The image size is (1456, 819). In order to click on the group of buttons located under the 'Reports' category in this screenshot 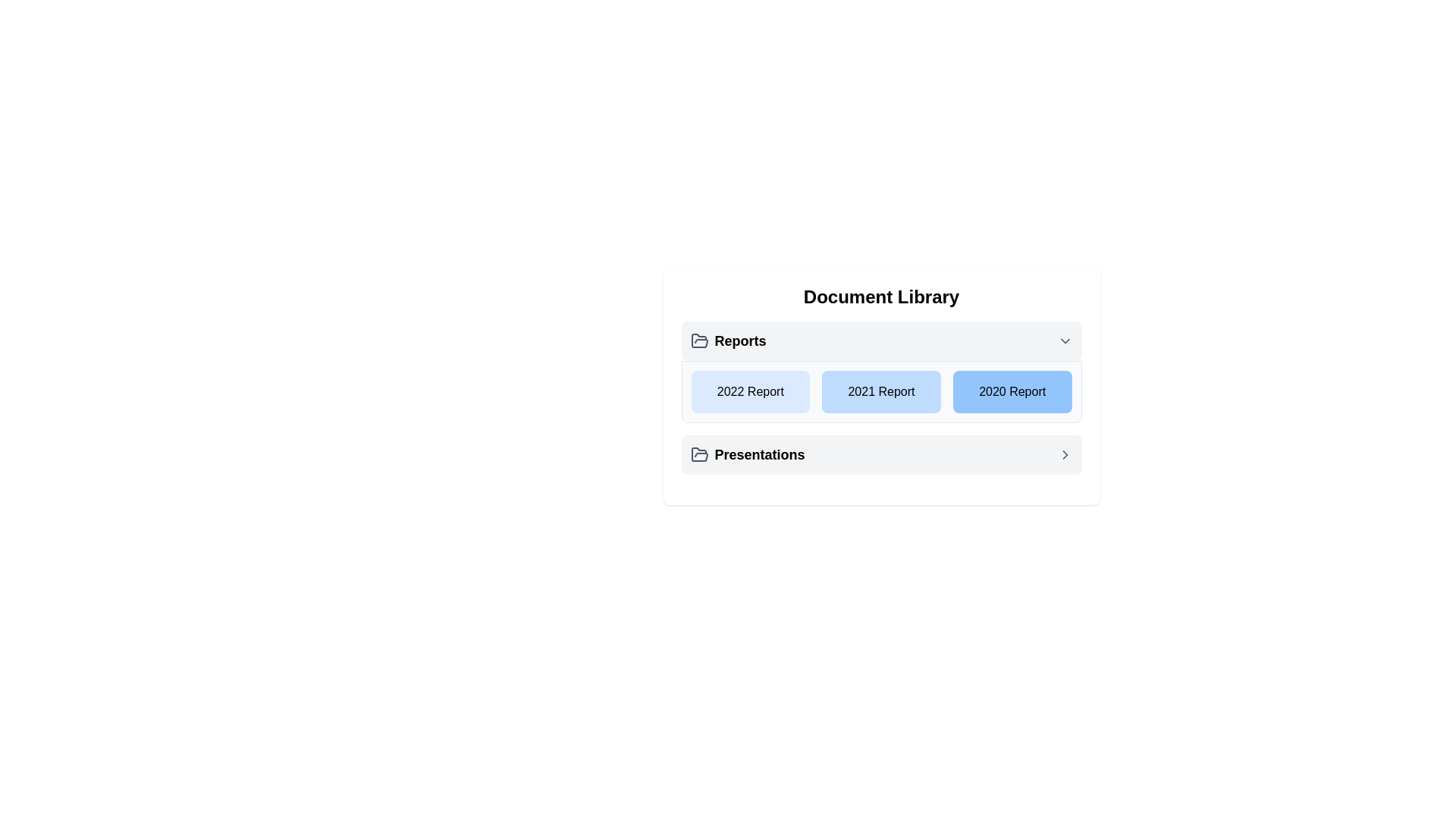, I will do `click(881, 391)`.